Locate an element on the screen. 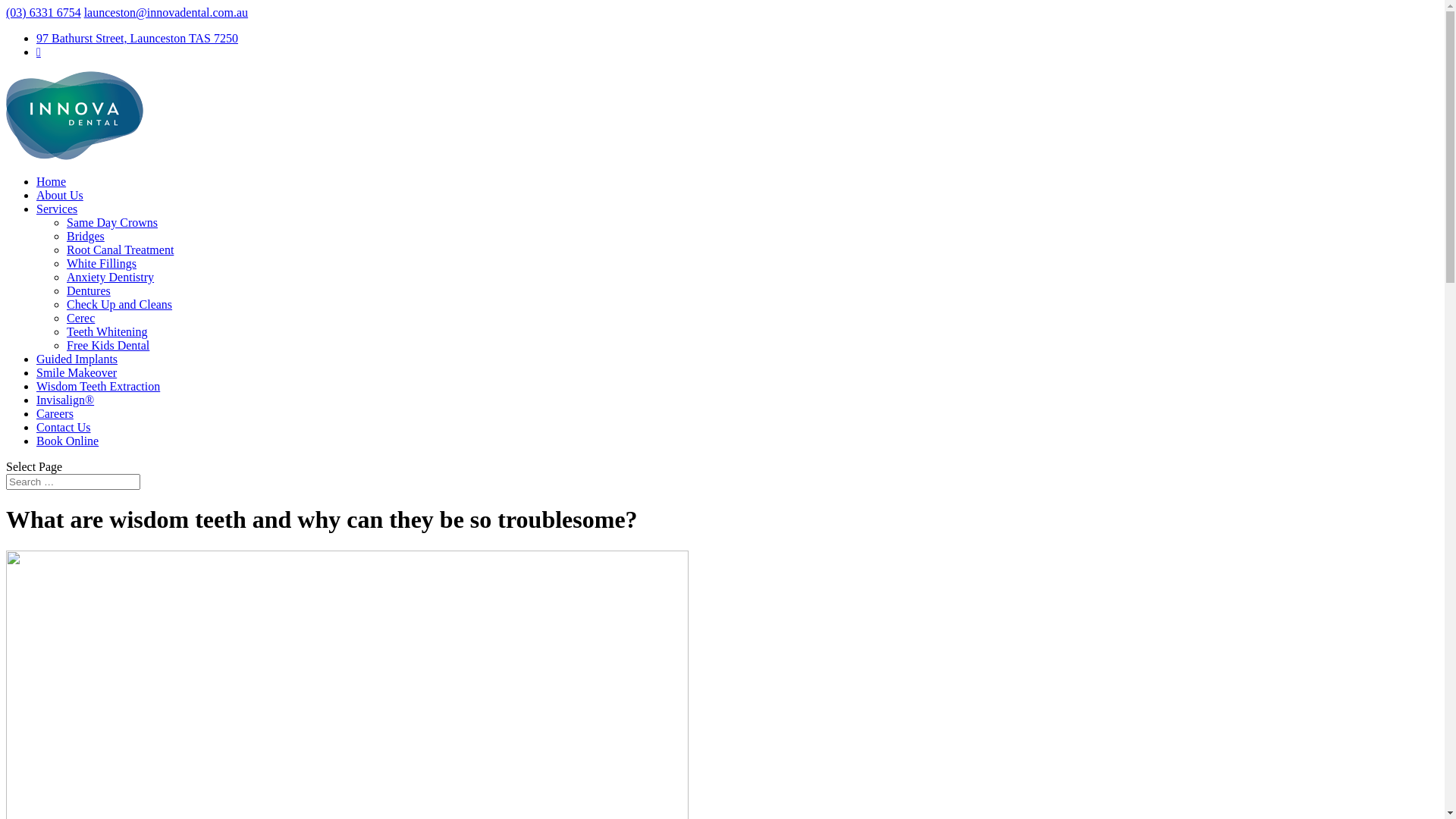  'Book Online' is located at coordinates (67, 441).